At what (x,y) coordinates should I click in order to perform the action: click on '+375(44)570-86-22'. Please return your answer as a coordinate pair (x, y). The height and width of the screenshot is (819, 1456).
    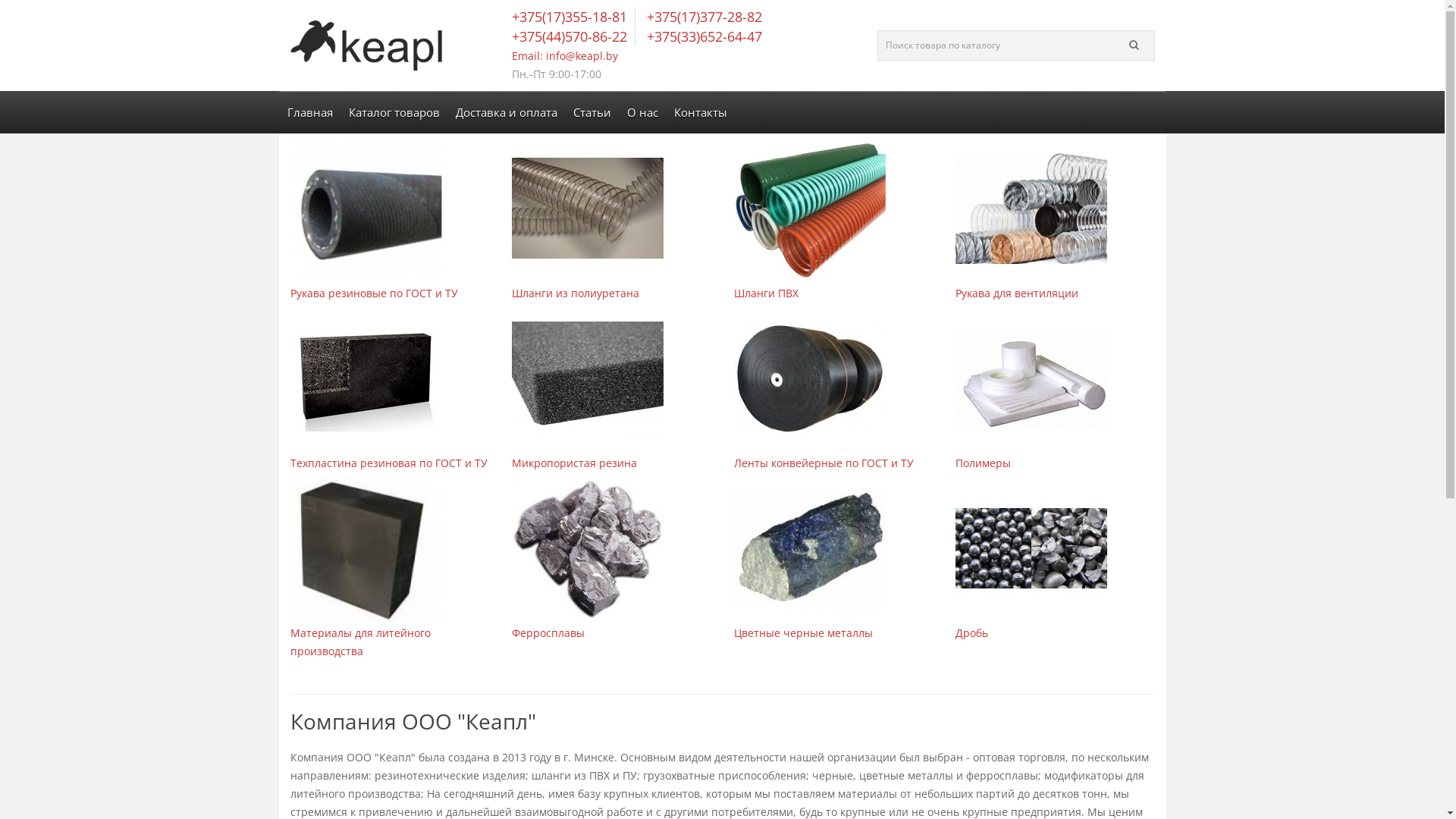
    Looking at the image, I should click on (572, 35).